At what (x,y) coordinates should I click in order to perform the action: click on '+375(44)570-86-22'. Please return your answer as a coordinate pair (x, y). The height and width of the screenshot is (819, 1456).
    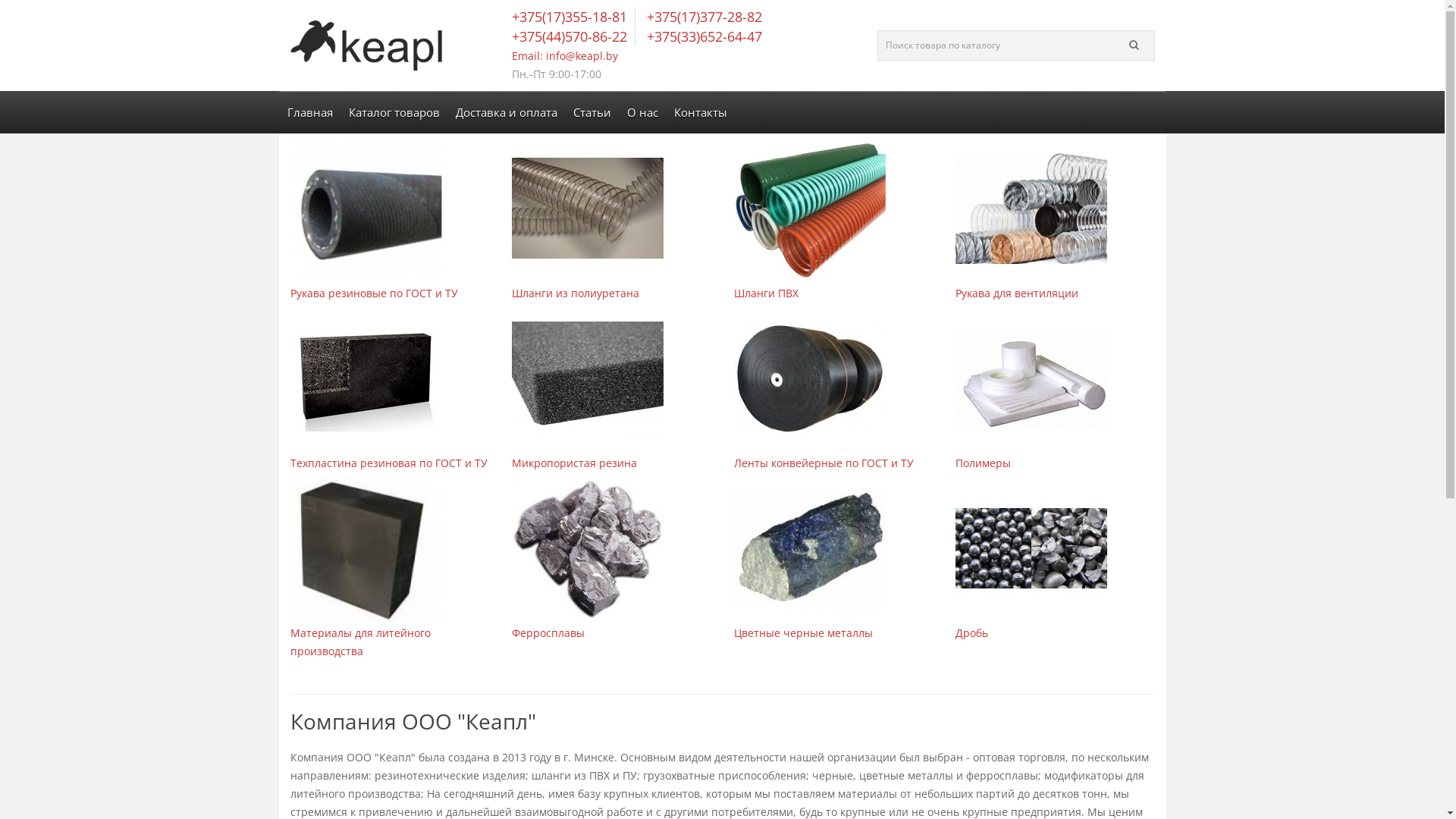
    Looking at the image, I should click on (572, 35).